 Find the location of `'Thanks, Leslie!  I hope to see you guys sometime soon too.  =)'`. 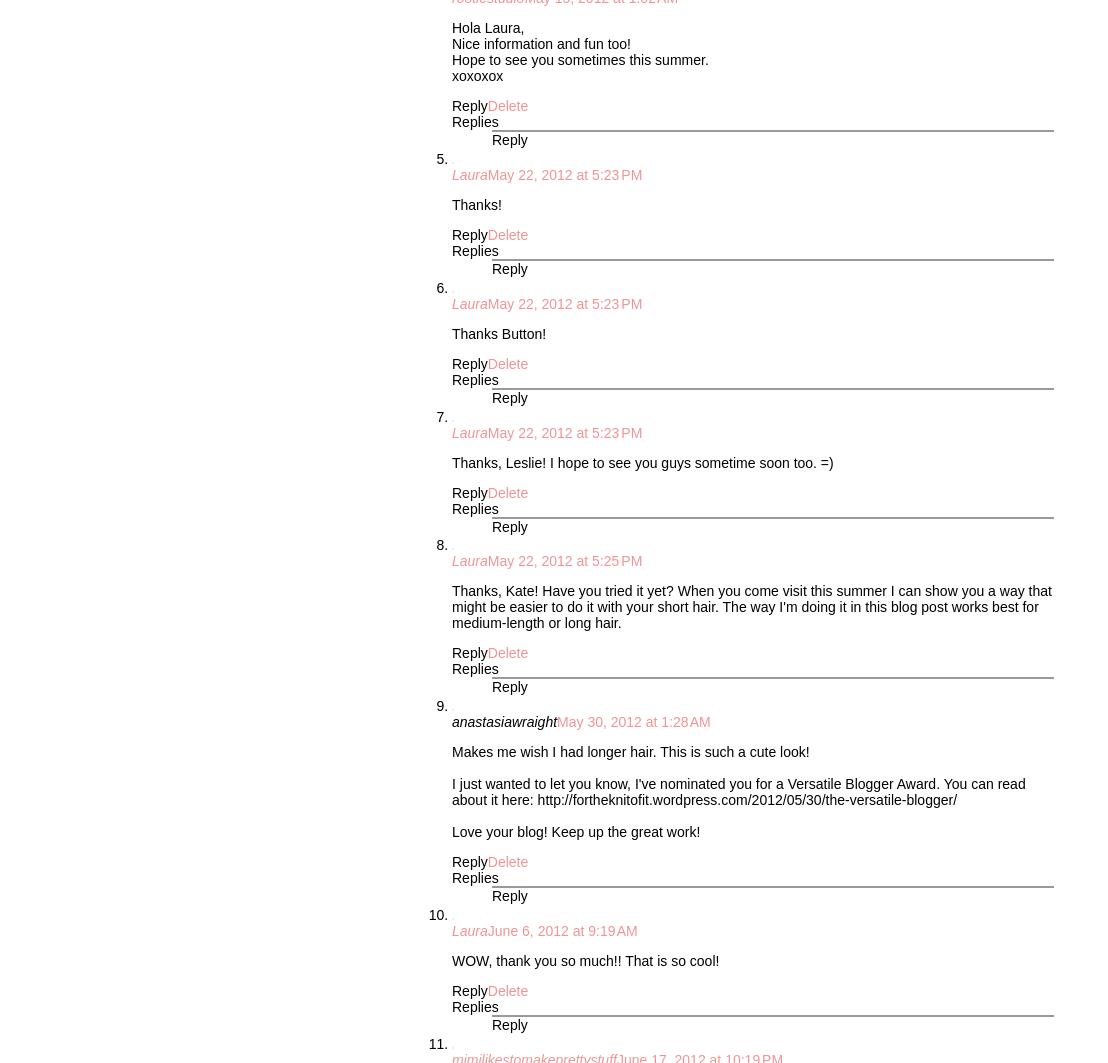

'Thanks, Leslie!  I hope to see you guys sometime soon too.  =)' is located at coordinates (641, 461).